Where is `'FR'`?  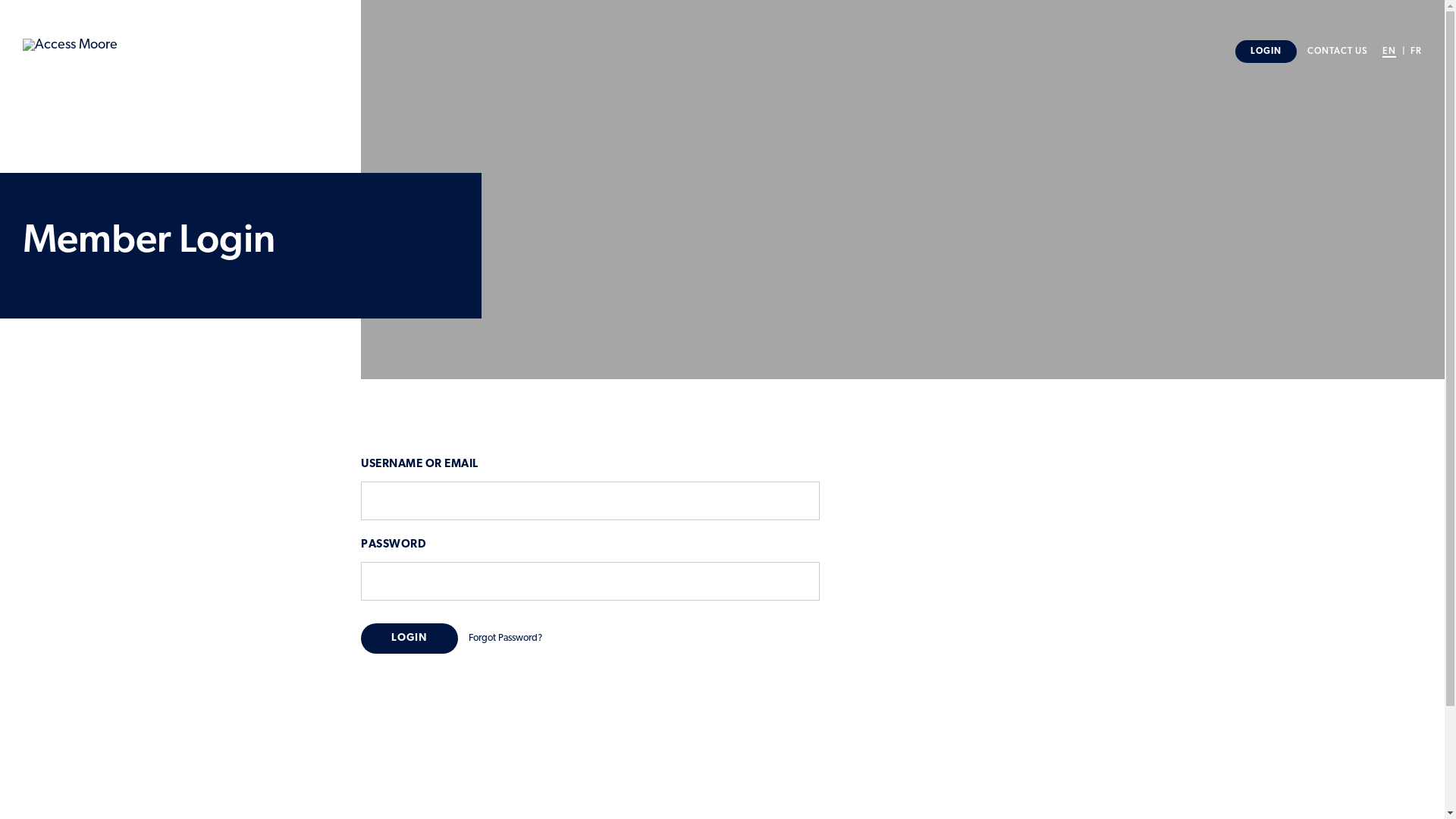 'FR' is located at coordinates (1415, 51).